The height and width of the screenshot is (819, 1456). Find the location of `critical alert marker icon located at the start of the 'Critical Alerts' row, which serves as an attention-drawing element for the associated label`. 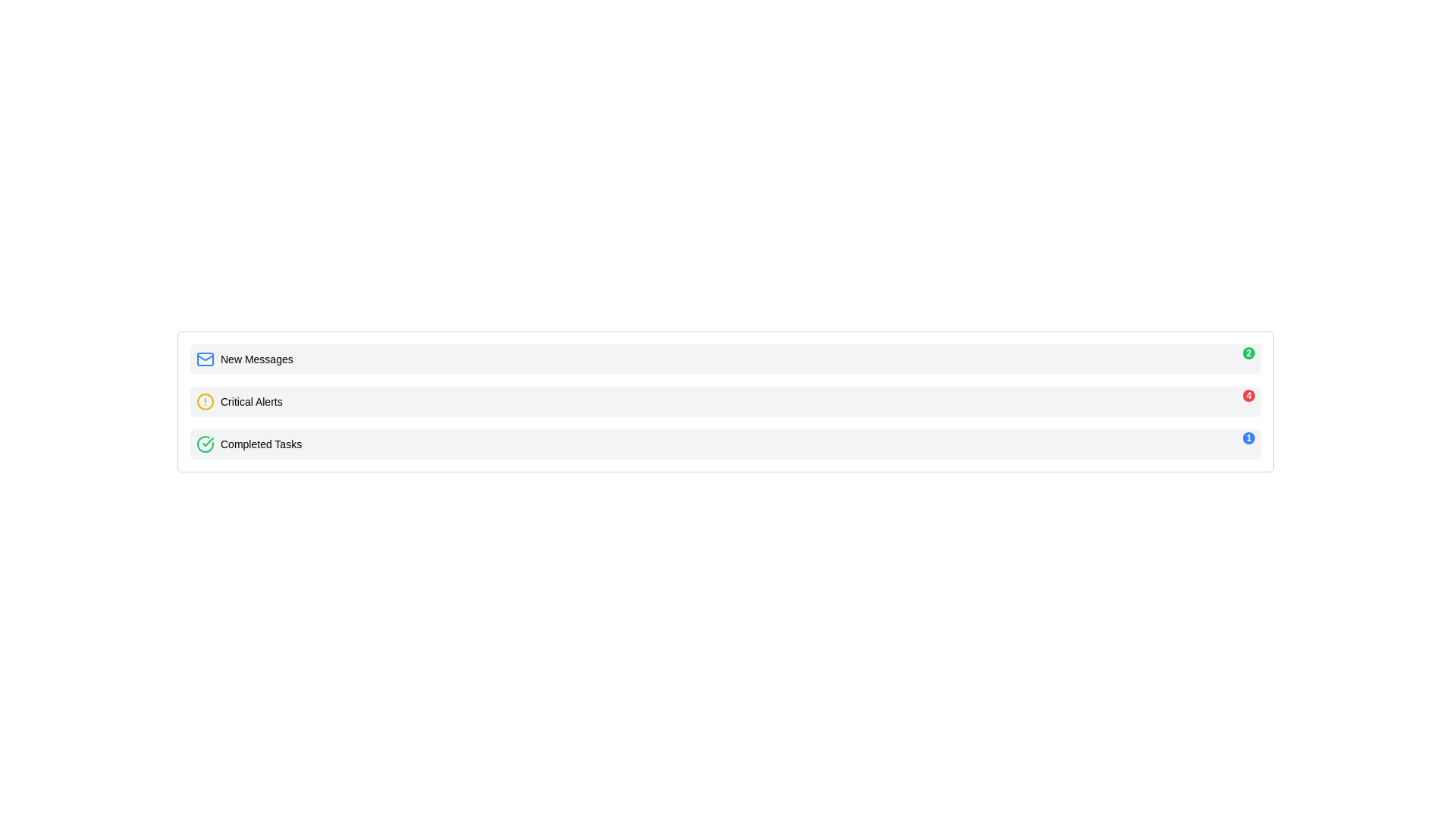

critical alert marker icon located at the start of the 'Critical Alerts' row, which serves as an attention-drawing element for the associated label is located at coordinates (204, 400).